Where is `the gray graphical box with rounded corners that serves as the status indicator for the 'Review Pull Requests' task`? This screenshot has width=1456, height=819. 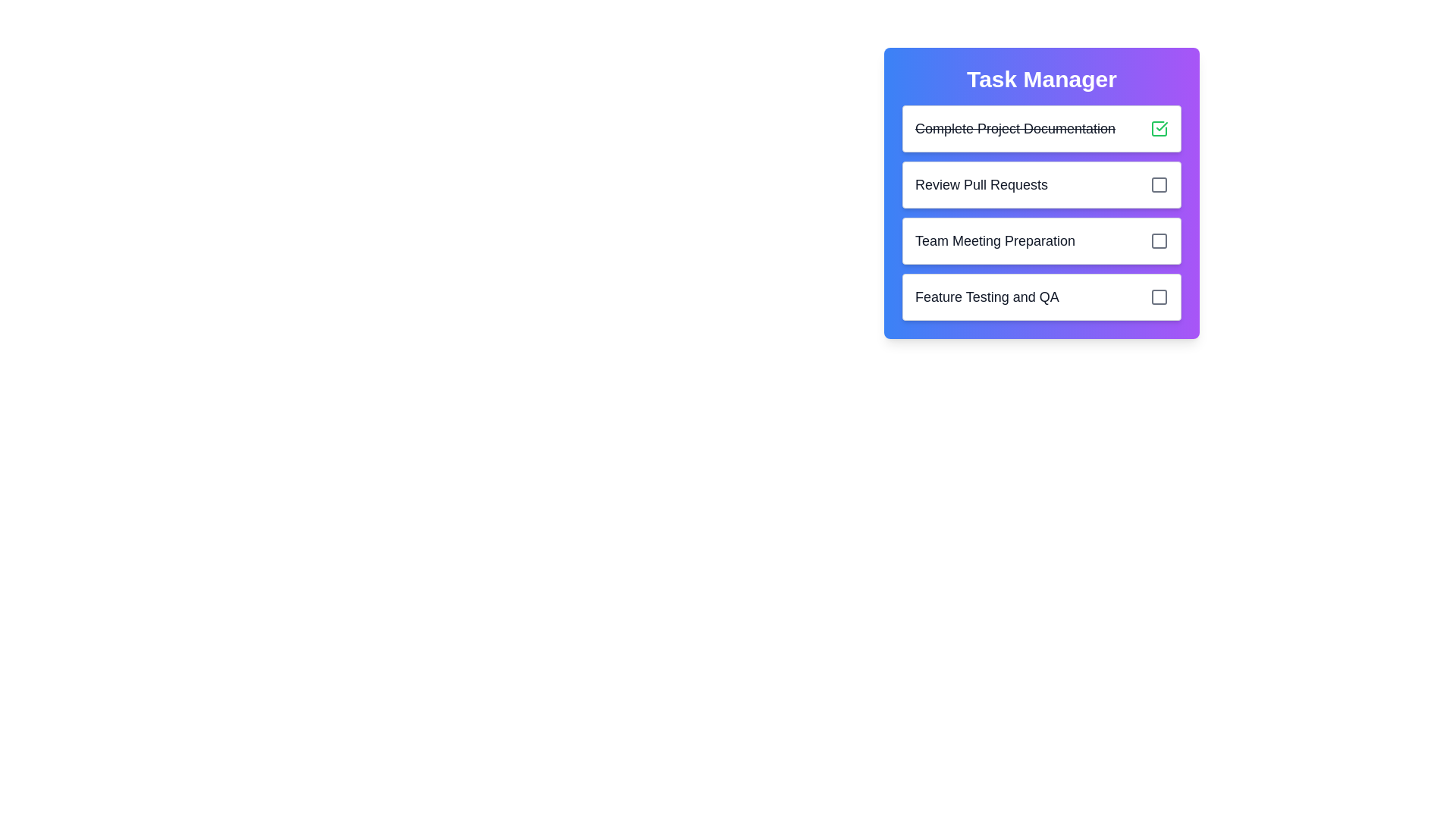 the gray graphical box with rounded corners that serves as the status indicator for the 'Review Pull Requests' task is located at coordinates (1159, 184).